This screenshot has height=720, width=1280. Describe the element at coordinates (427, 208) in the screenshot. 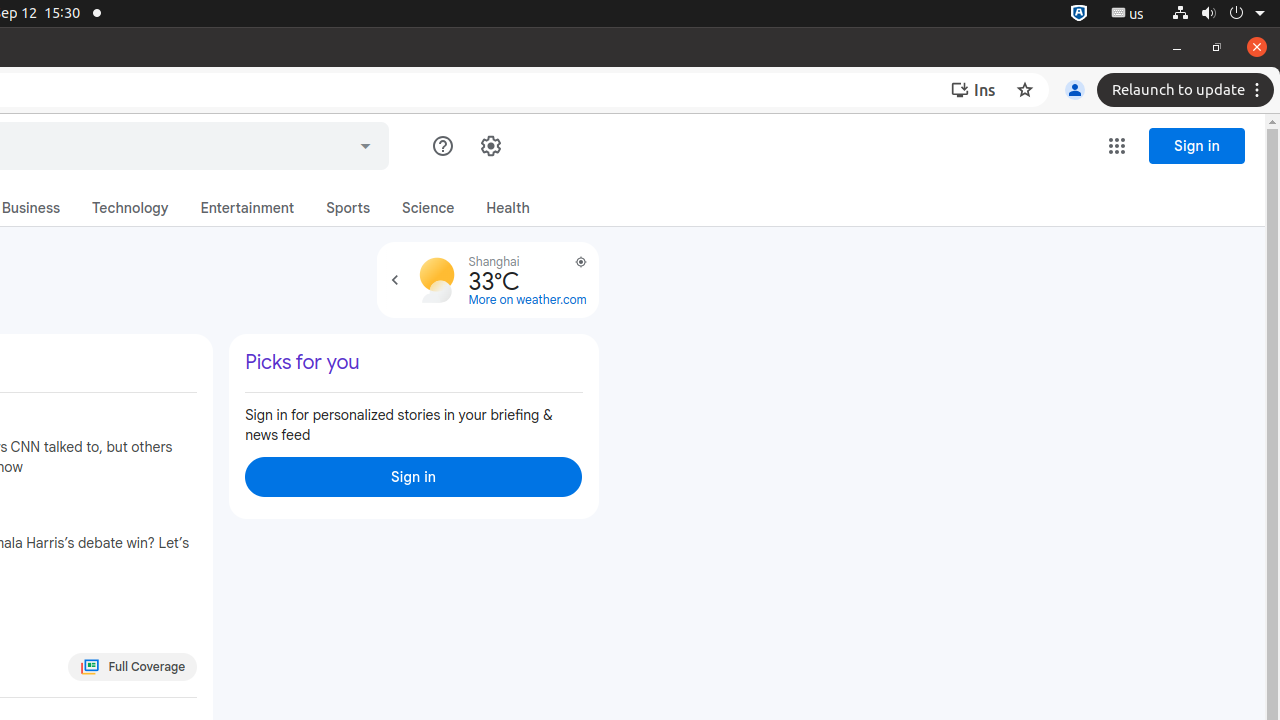

I see `'Science'` at that location.